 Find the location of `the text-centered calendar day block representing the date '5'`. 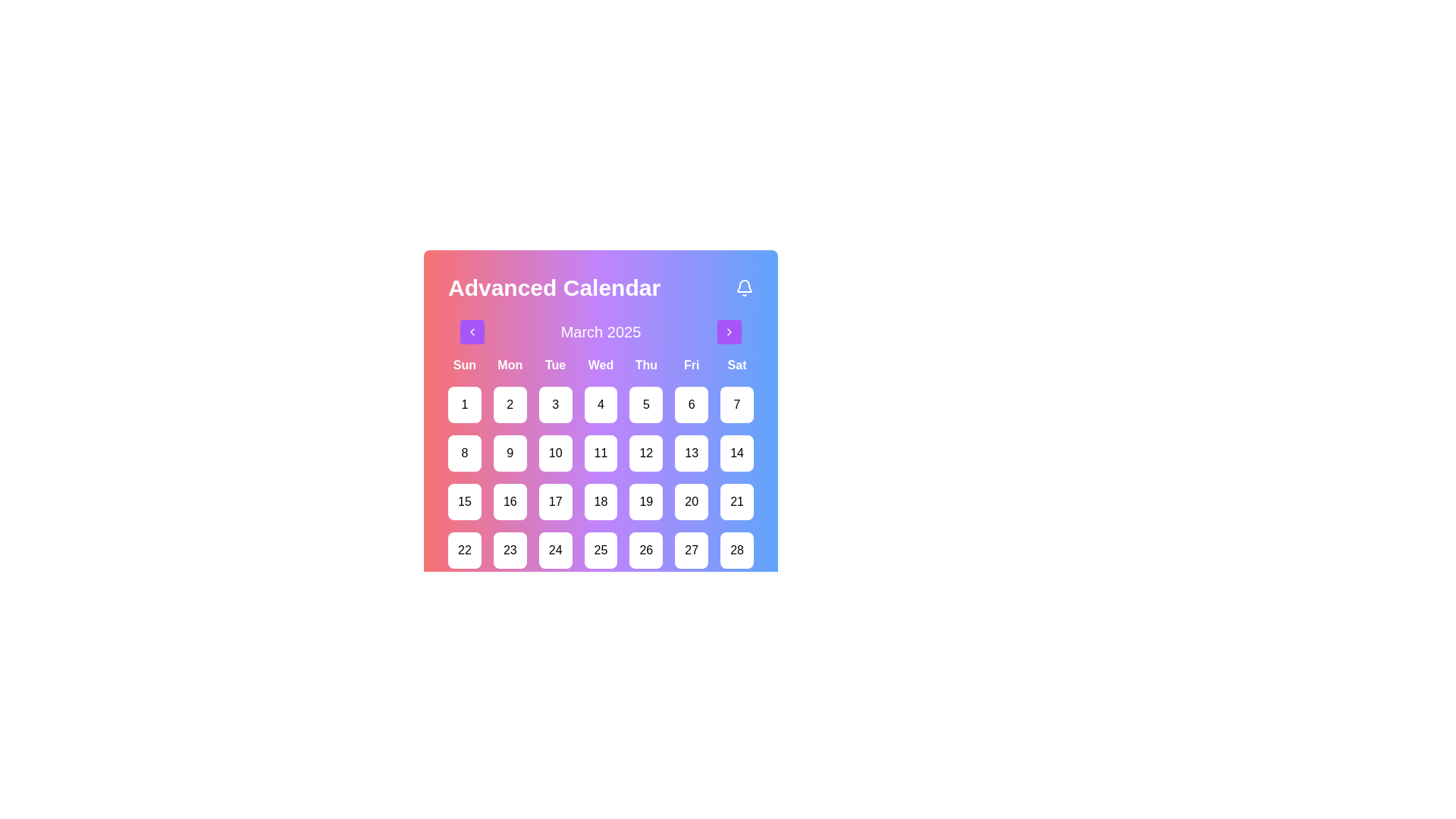

the text-centered calendar day block representing the date '5' is located at coordinates (646, 403).